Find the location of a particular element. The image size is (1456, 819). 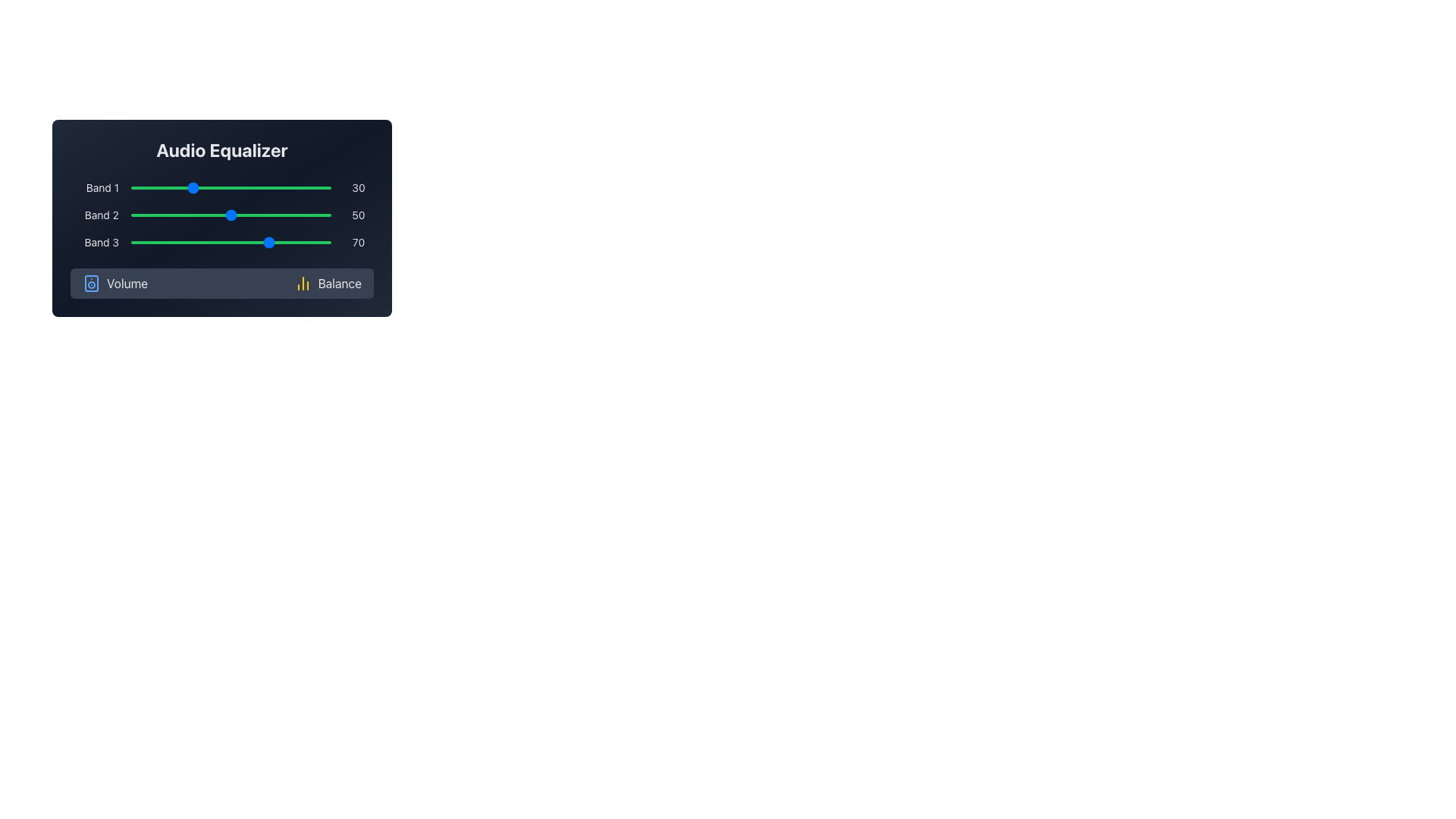

the slider labeled 'Band 1' is located at coordinates (318, 187).